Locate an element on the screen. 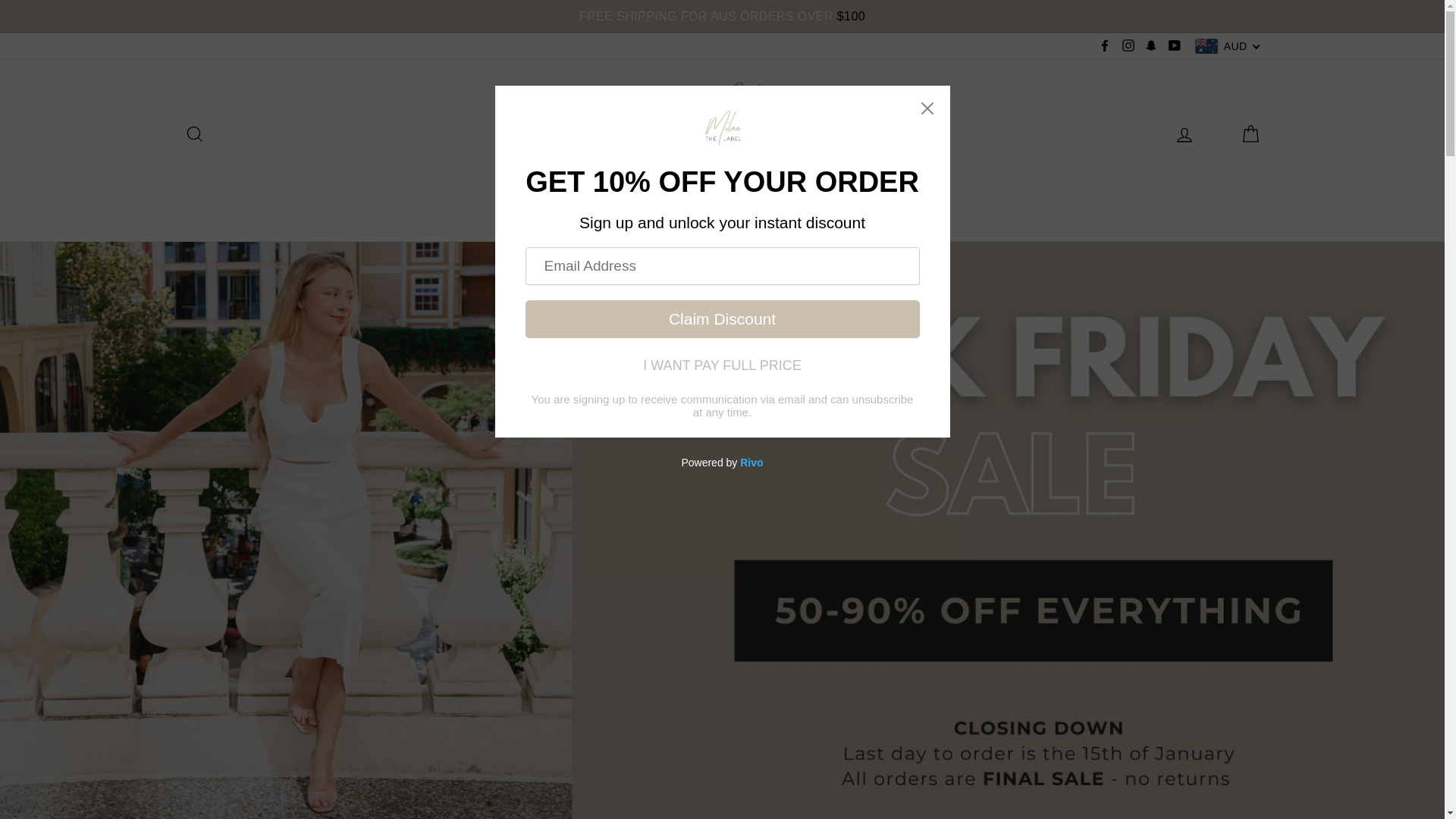 Image resolution: width=1456 pixels, height=819 pixels. 'DENIM' is located at coordinates (675, 209).